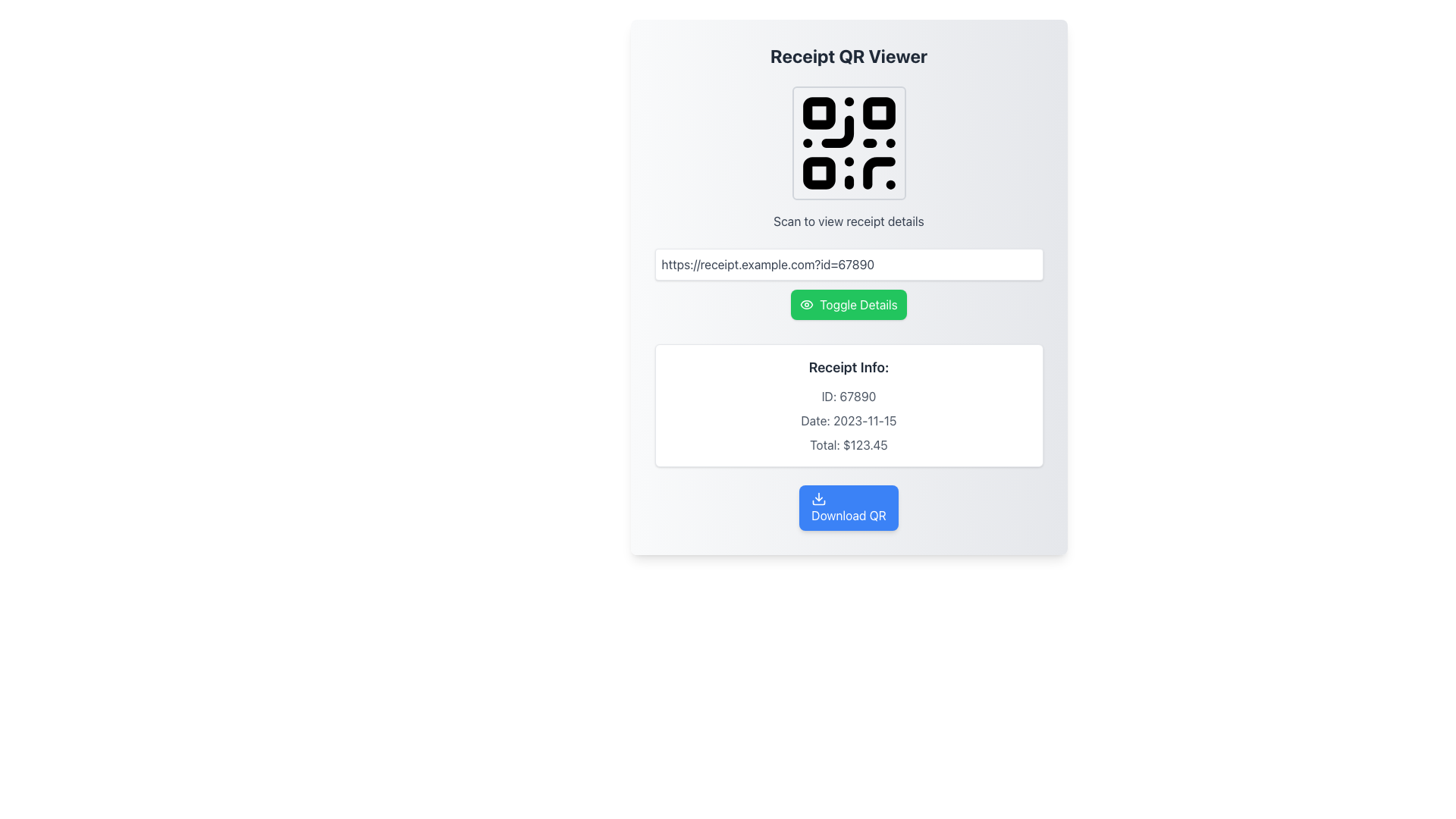  I want to click on the first small square of the QR Code Structural Component located in the top-left corner of the QR code area, so click(818, 112).